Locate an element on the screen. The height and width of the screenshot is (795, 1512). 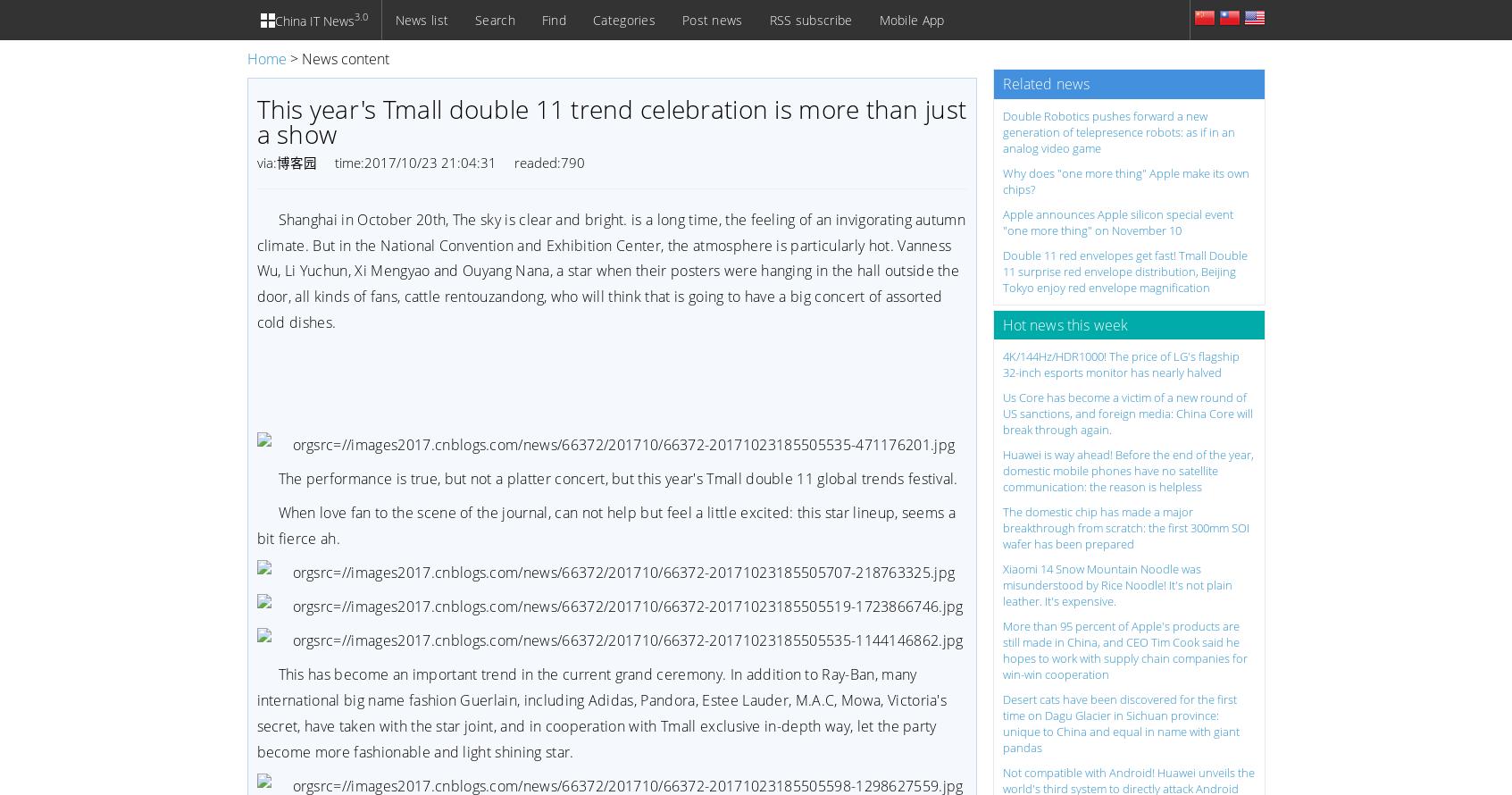
'Huawei is way ahead! Before the end of the year, domestic mobile phones have no satellite communication: the reason is helpless' is located at coordinates (1001, 469).